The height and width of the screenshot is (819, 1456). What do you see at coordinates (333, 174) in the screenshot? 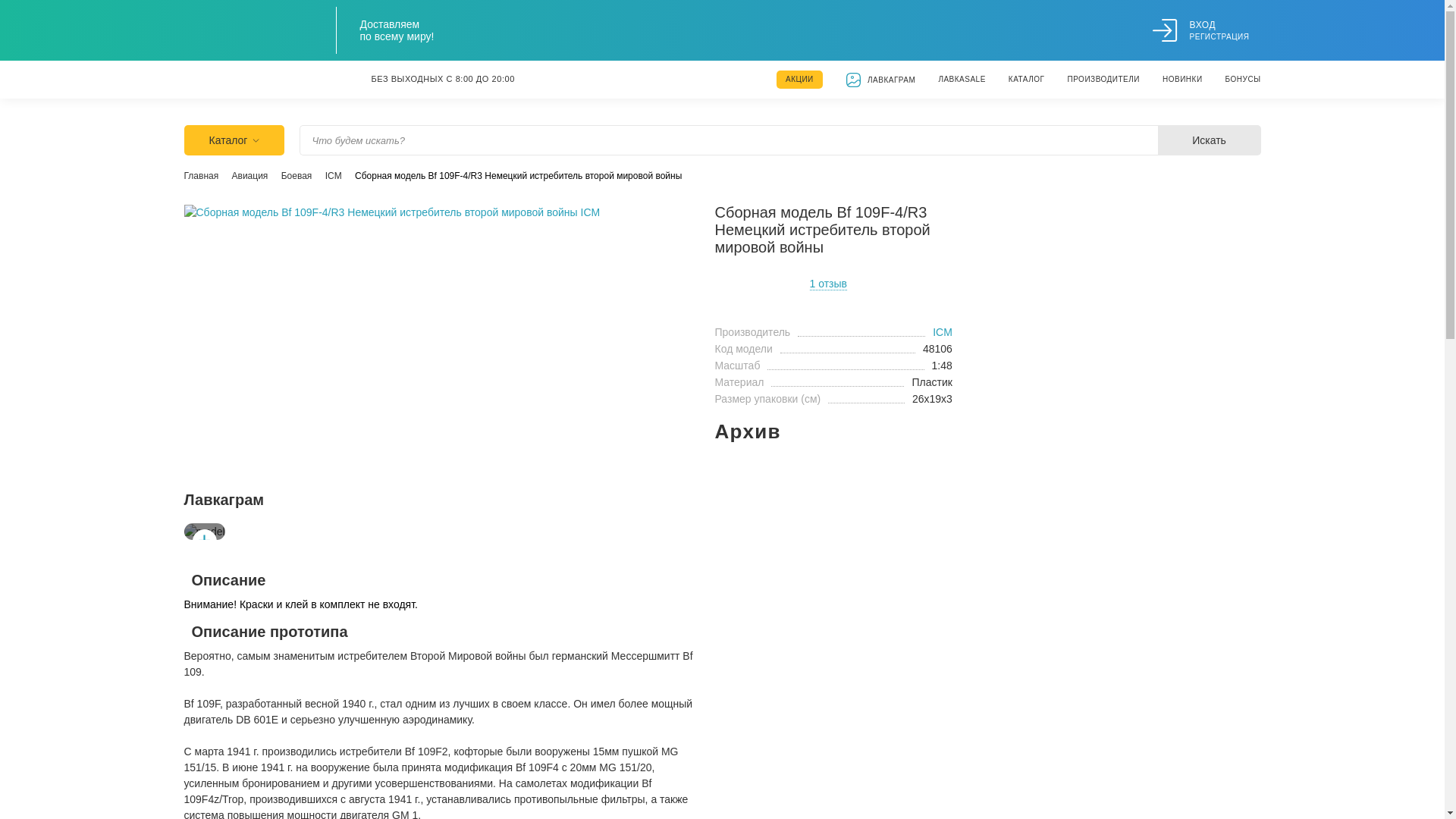
I see `'ICM'` at bounding box center [333, 174].